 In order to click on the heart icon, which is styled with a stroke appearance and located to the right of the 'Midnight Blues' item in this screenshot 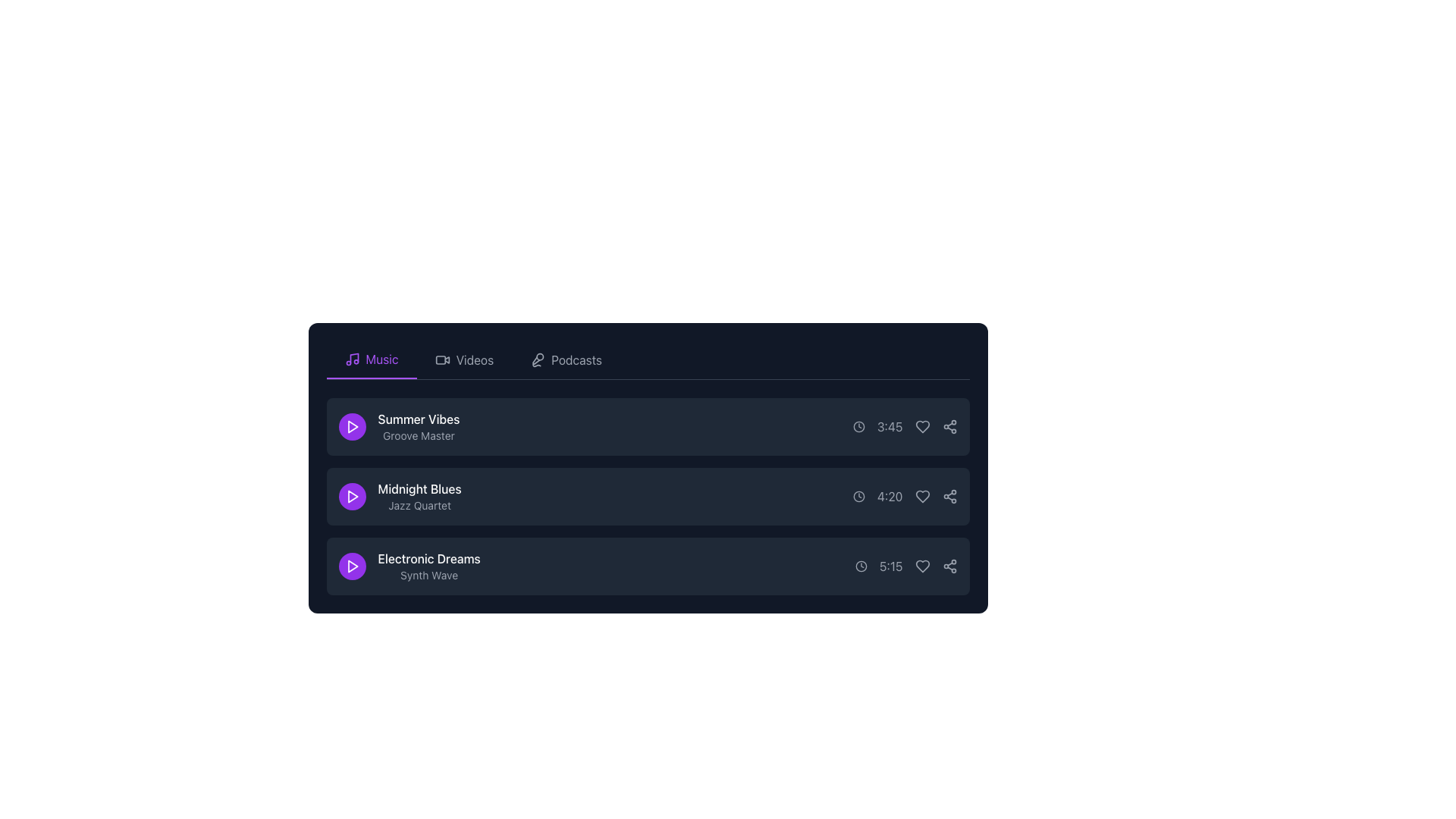, I will do `click(921, 497)`.